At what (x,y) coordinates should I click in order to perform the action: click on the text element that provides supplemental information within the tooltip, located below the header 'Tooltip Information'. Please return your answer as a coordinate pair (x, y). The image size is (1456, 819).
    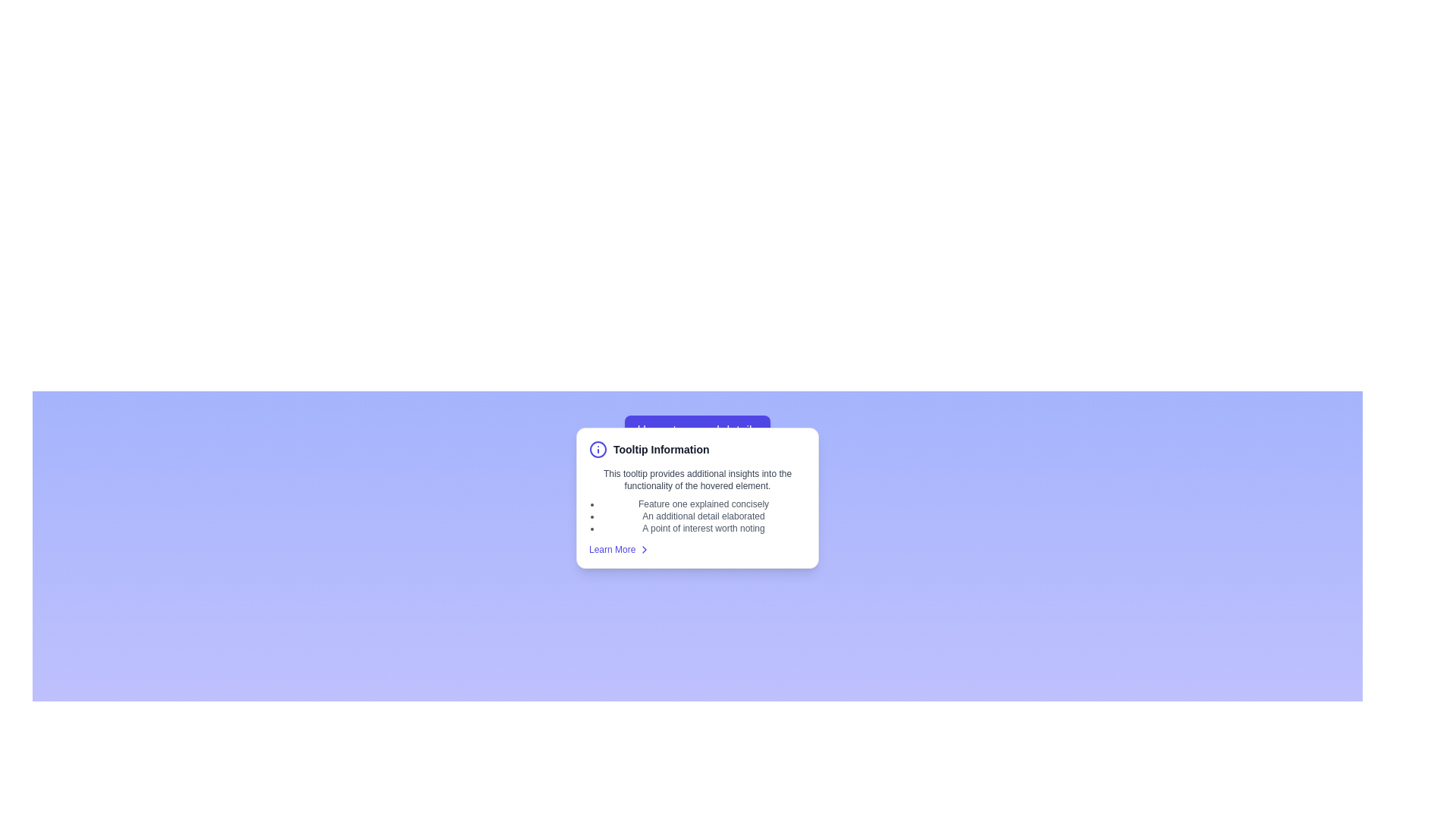
    Looking at the image, I should click on (697, 479).